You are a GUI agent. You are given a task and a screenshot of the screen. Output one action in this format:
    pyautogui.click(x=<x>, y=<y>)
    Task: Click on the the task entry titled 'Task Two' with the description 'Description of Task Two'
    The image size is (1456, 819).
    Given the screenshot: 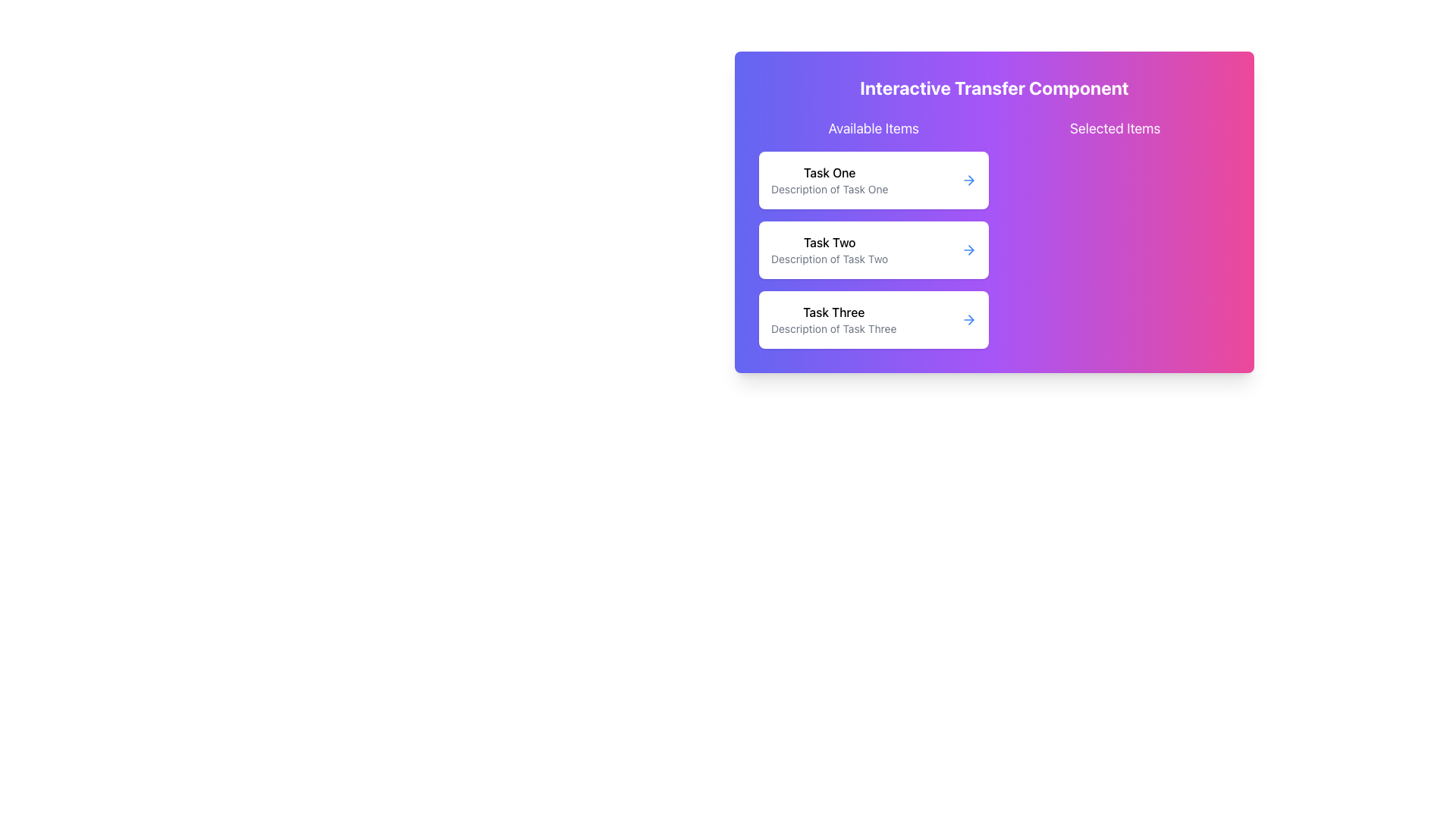 What is the action you would take?
    pyautogui.click(x=874, y=249)
    